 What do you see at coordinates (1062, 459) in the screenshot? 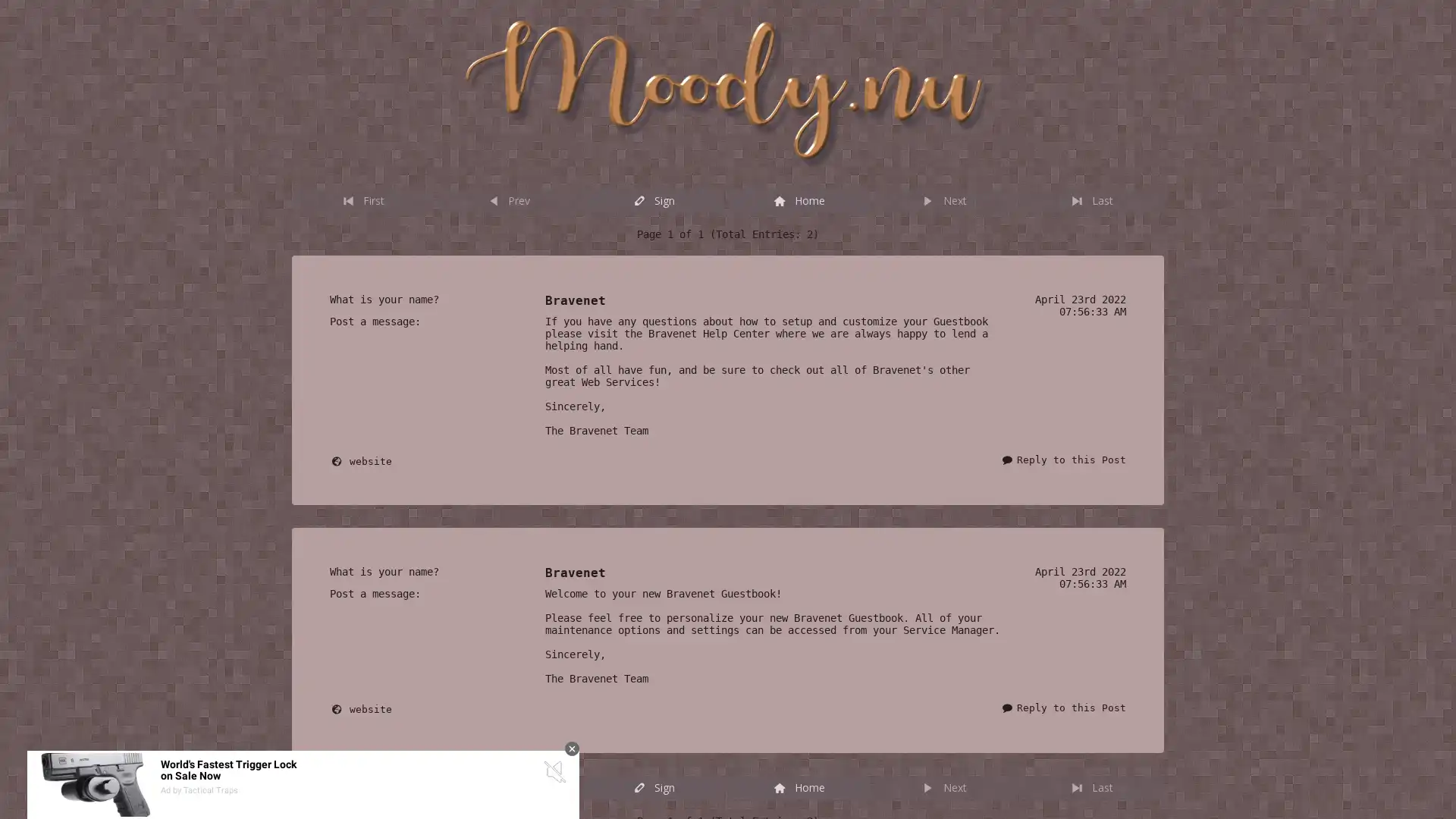
I see `Reply to this Post` at bounding box center [1062, 459].